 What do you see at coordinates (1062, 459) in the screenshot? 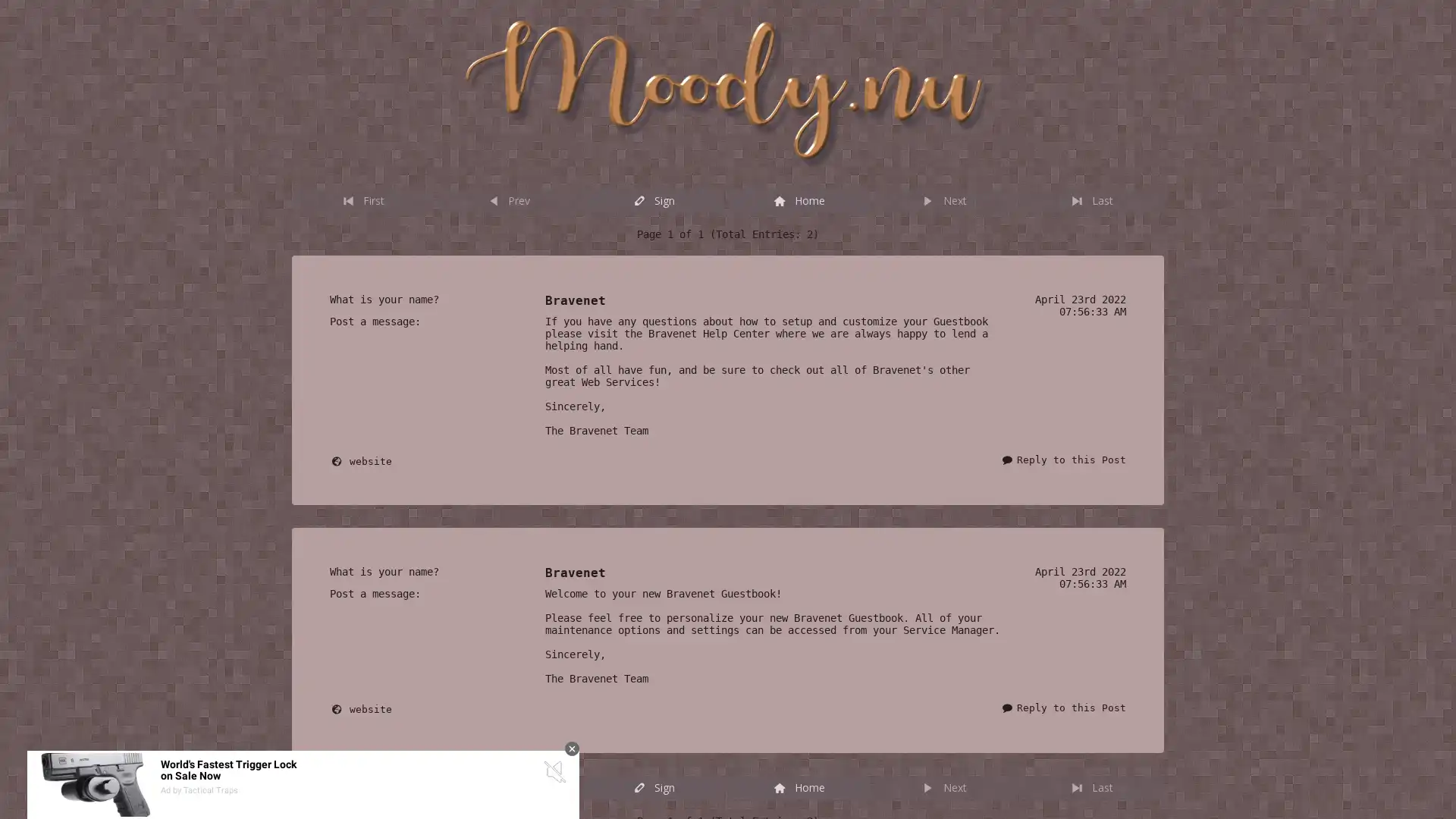
I see `Reply to this Post` at bounding box center [1062, 459].